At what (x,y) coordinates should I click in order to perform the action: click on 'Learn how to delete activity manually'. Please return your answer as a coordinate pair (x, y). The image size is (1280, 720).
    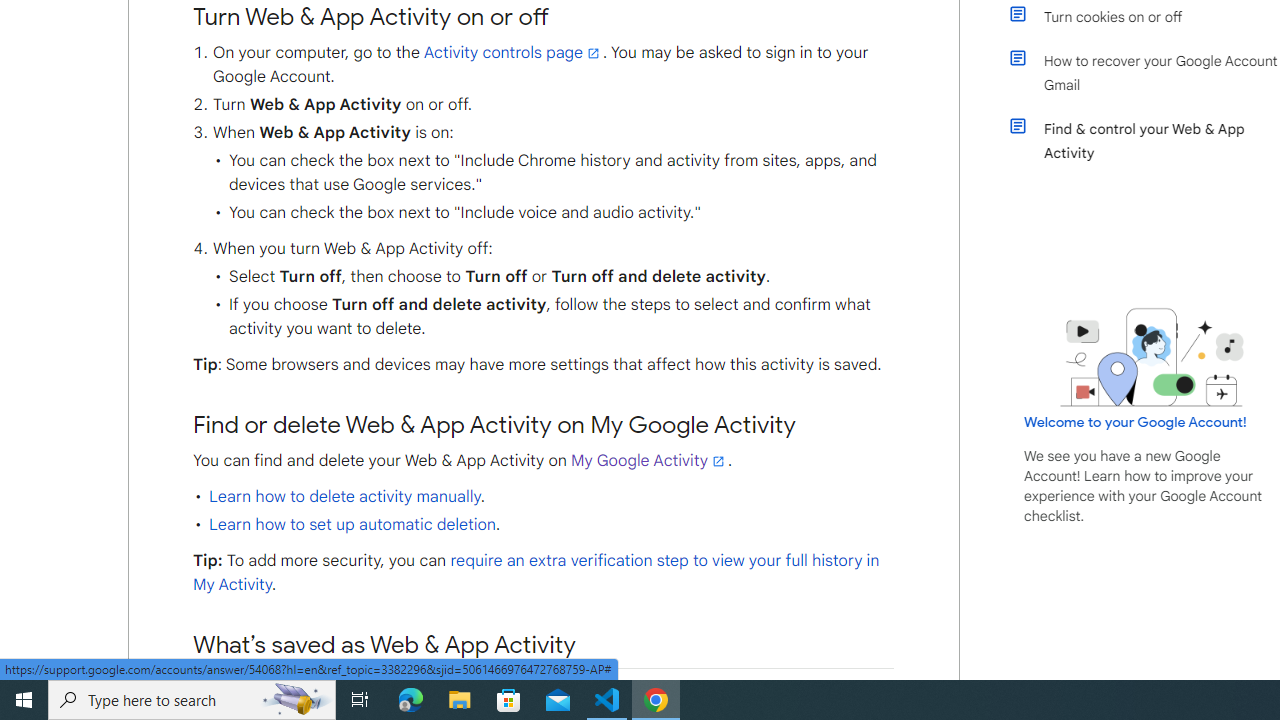
    Looking at the image, I should click on (344, 495).